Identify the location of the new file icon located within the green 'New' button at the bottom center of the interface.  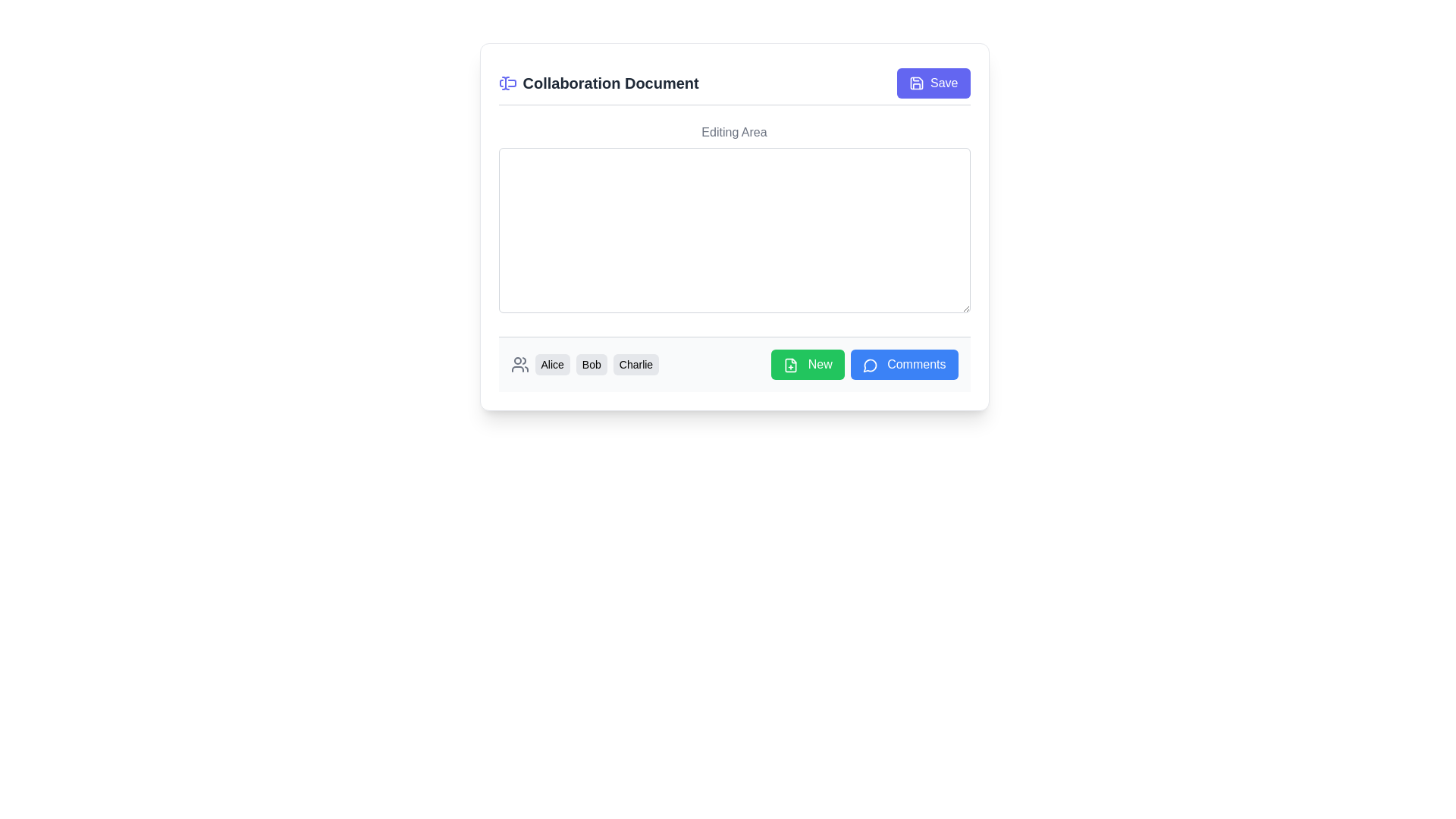
(790, 365).